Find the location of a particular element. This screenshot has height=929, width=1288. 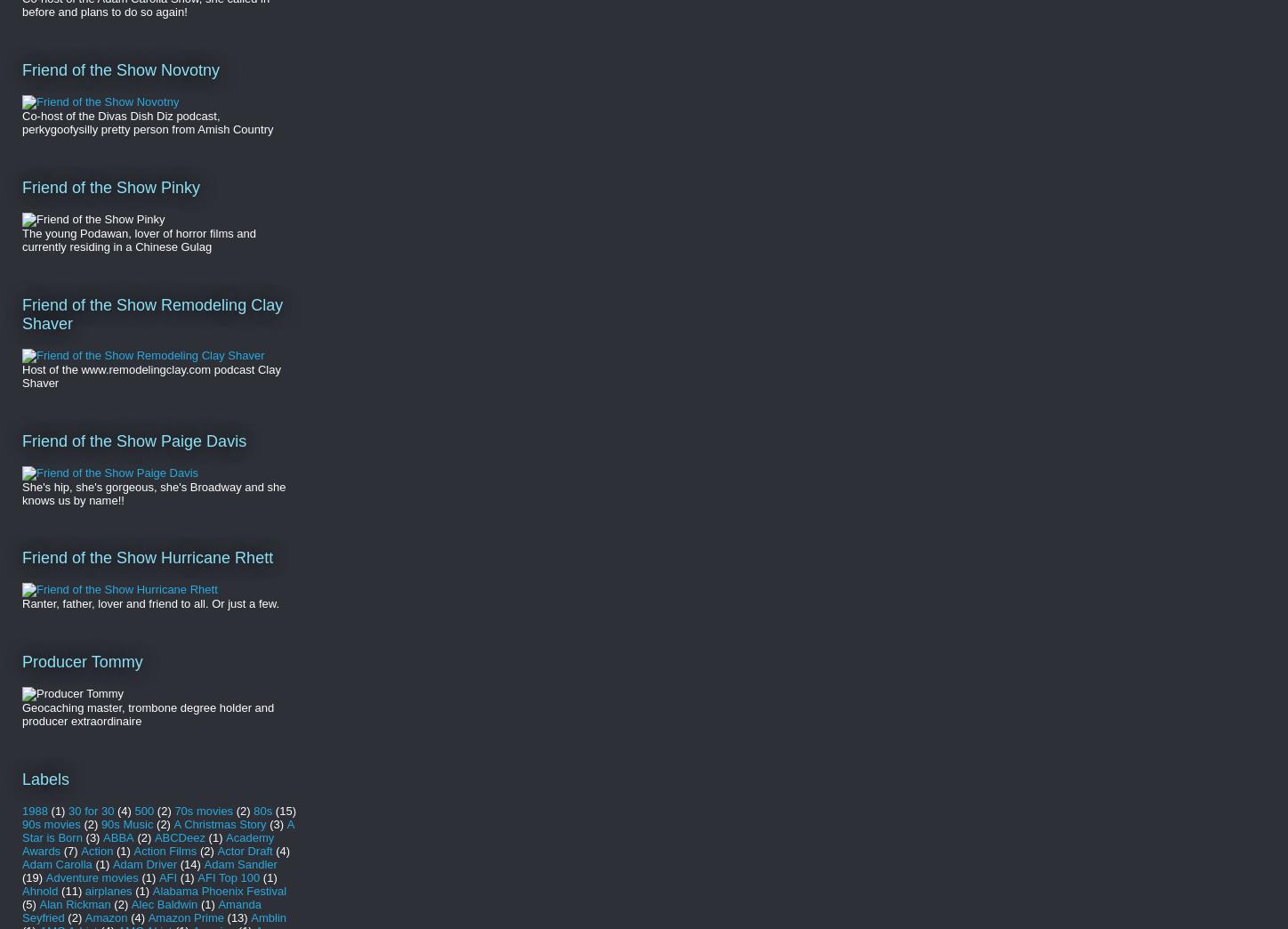

'90s movies' is located at coordinates (51, 822).